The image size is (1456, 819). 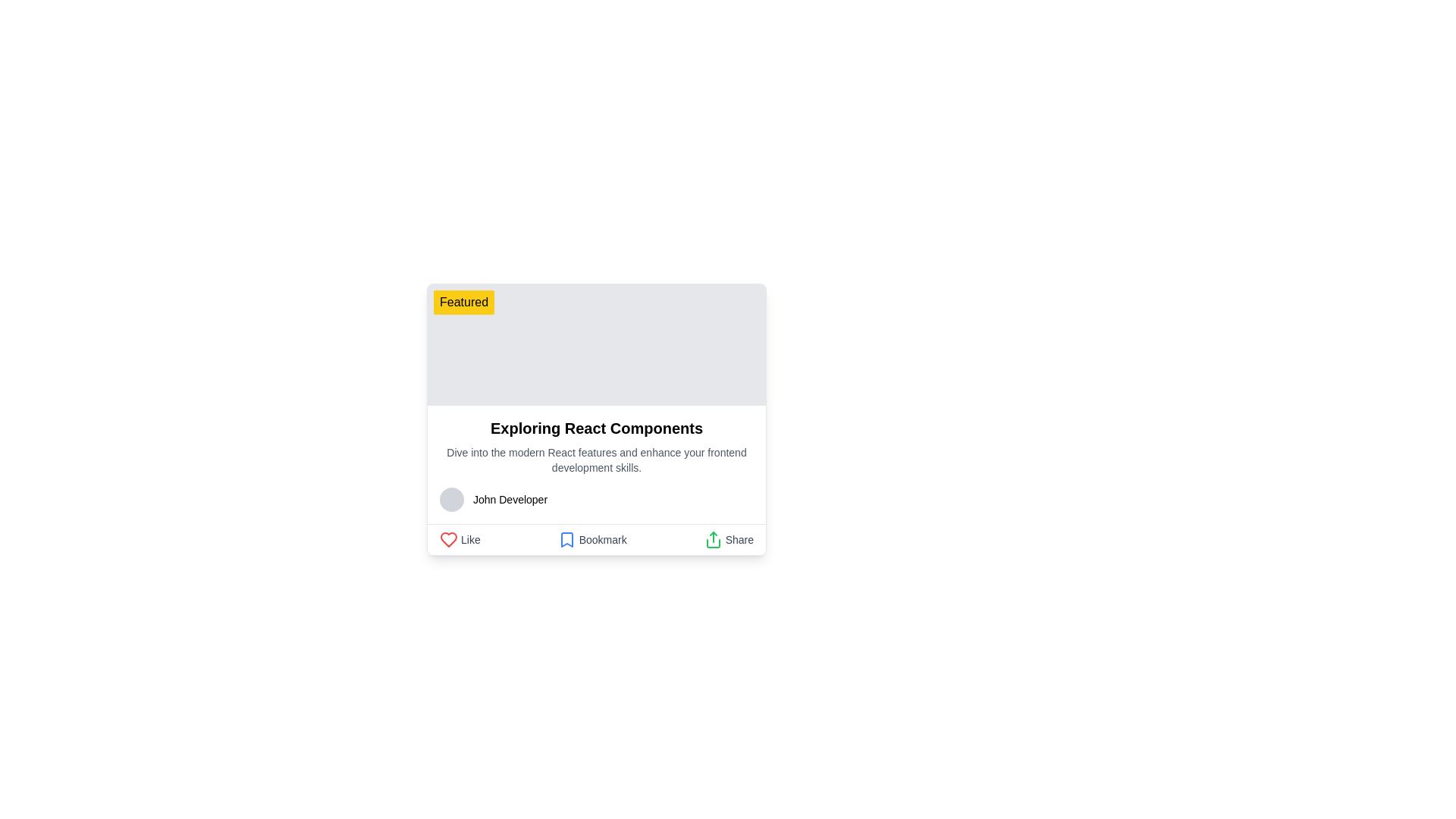 What do you see at coordinates (596, 428) in the screenshot?
I see `the prominent text headline 'Exploring React Components.'` at bounding box center [596, 428].